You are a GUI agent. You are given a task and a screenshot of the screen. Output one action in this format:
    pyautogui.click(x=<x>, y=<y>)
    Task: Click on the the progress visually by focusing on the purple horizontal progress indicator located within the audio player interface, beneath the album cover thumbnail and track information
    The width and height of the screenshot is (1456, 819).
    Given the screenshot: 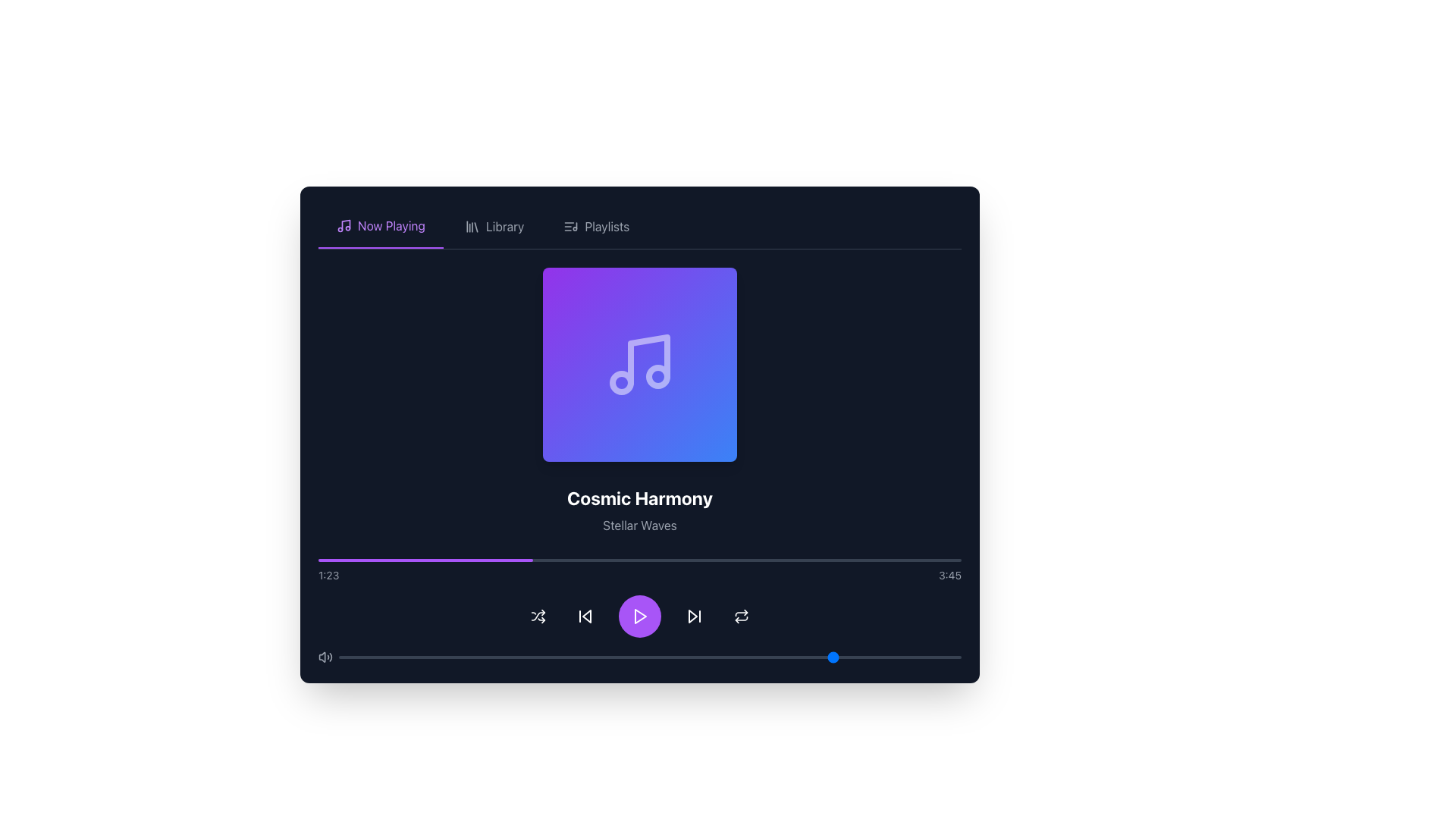 What is the action you would take?
    pyautogui.click(x=425, y=560)
    